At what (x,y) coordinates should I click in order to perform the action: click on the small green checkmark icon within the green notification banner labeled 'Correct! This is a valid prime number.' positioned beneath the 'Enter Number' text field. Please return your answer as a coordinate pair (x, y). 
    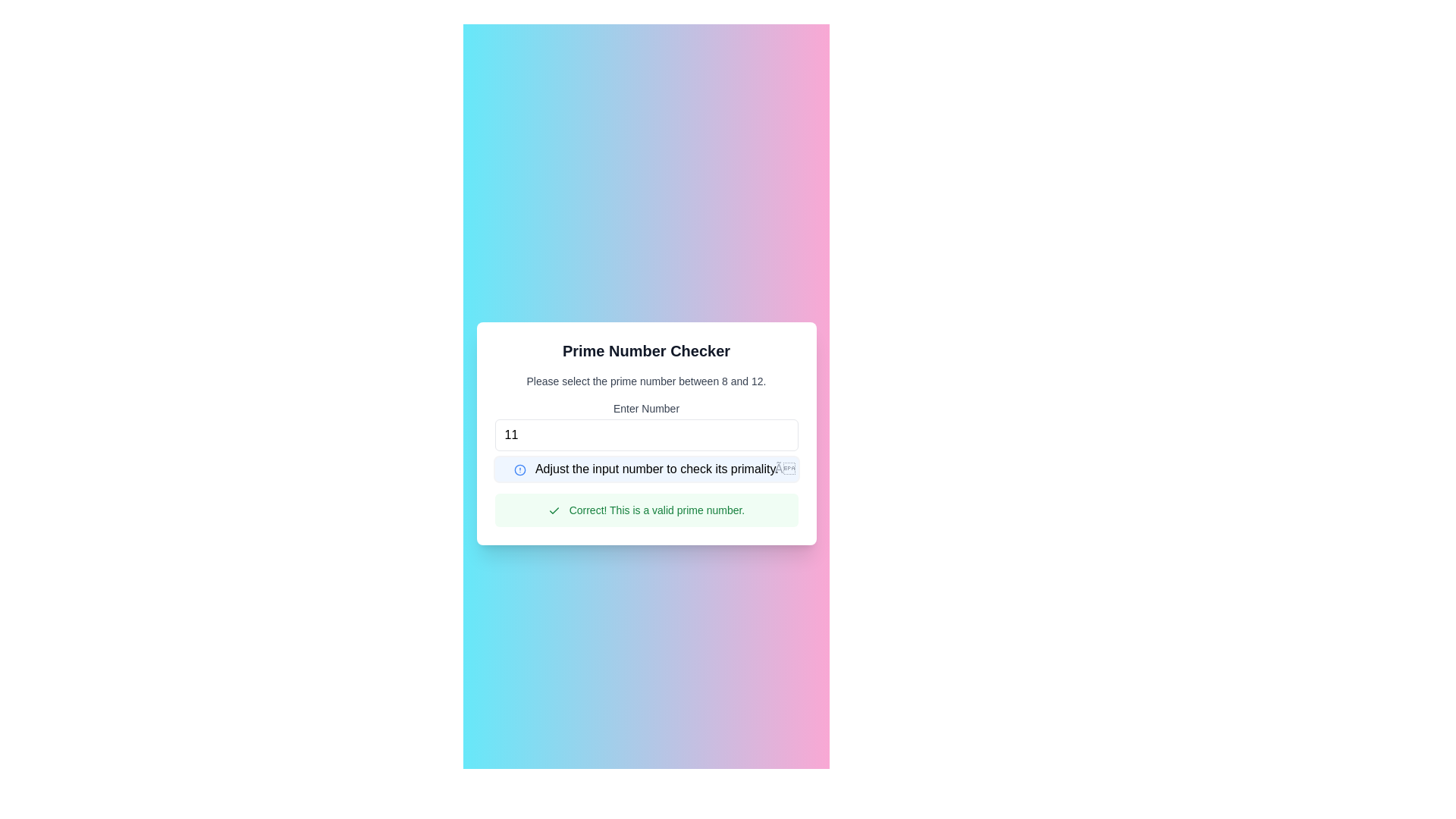
    Looking at the image, I should click on (553, 511).